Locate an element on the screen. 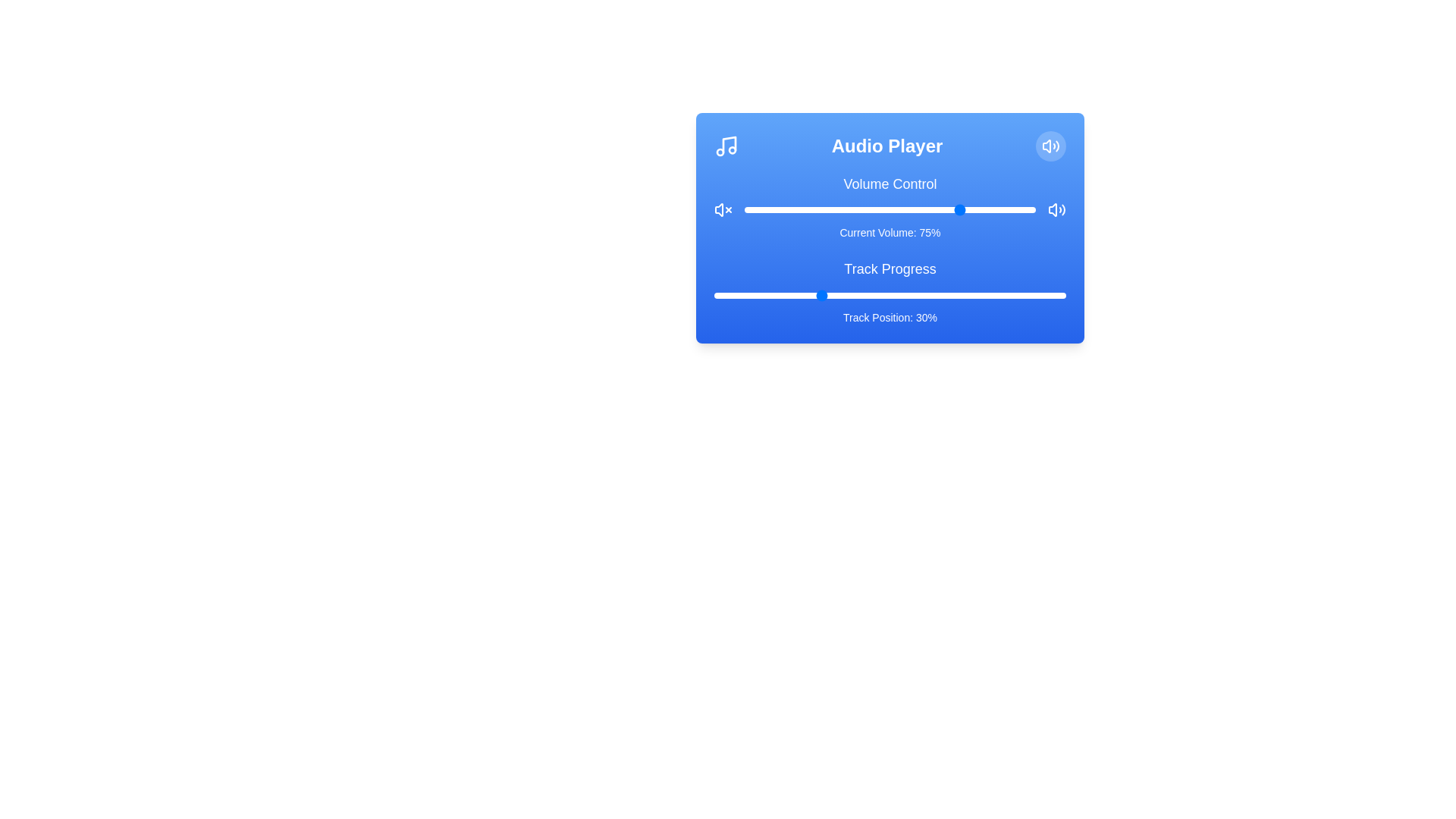 The image size is (1456, 819). the leftmost component of the sound adjustment icon resembling a speaker with sound waves located in the top-right corner of the audio player interface is located at coordinates (1046, 146).